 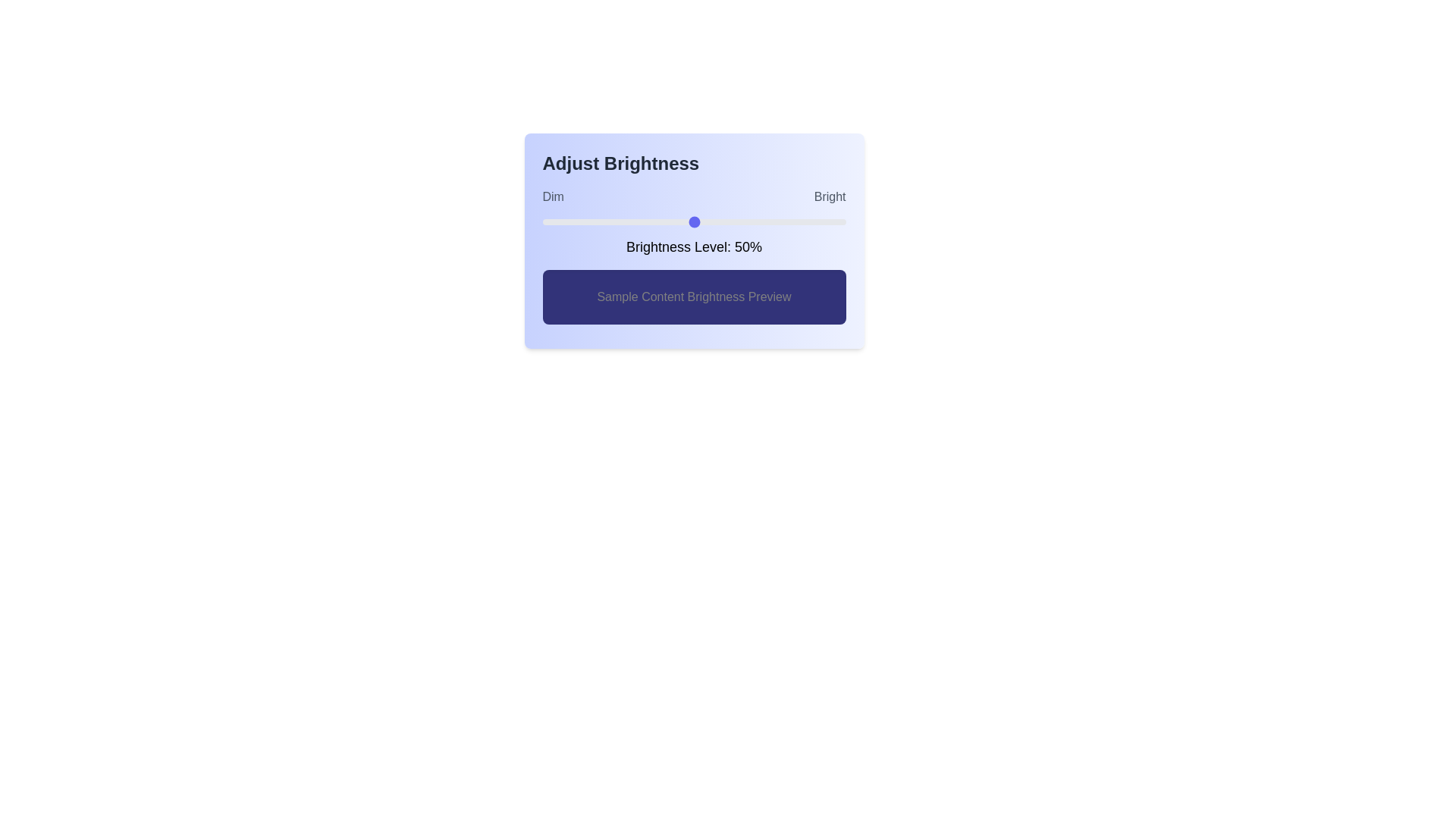 I want to click on the brightness level to 23% by dragging the slider, so click(x=612, y=222).